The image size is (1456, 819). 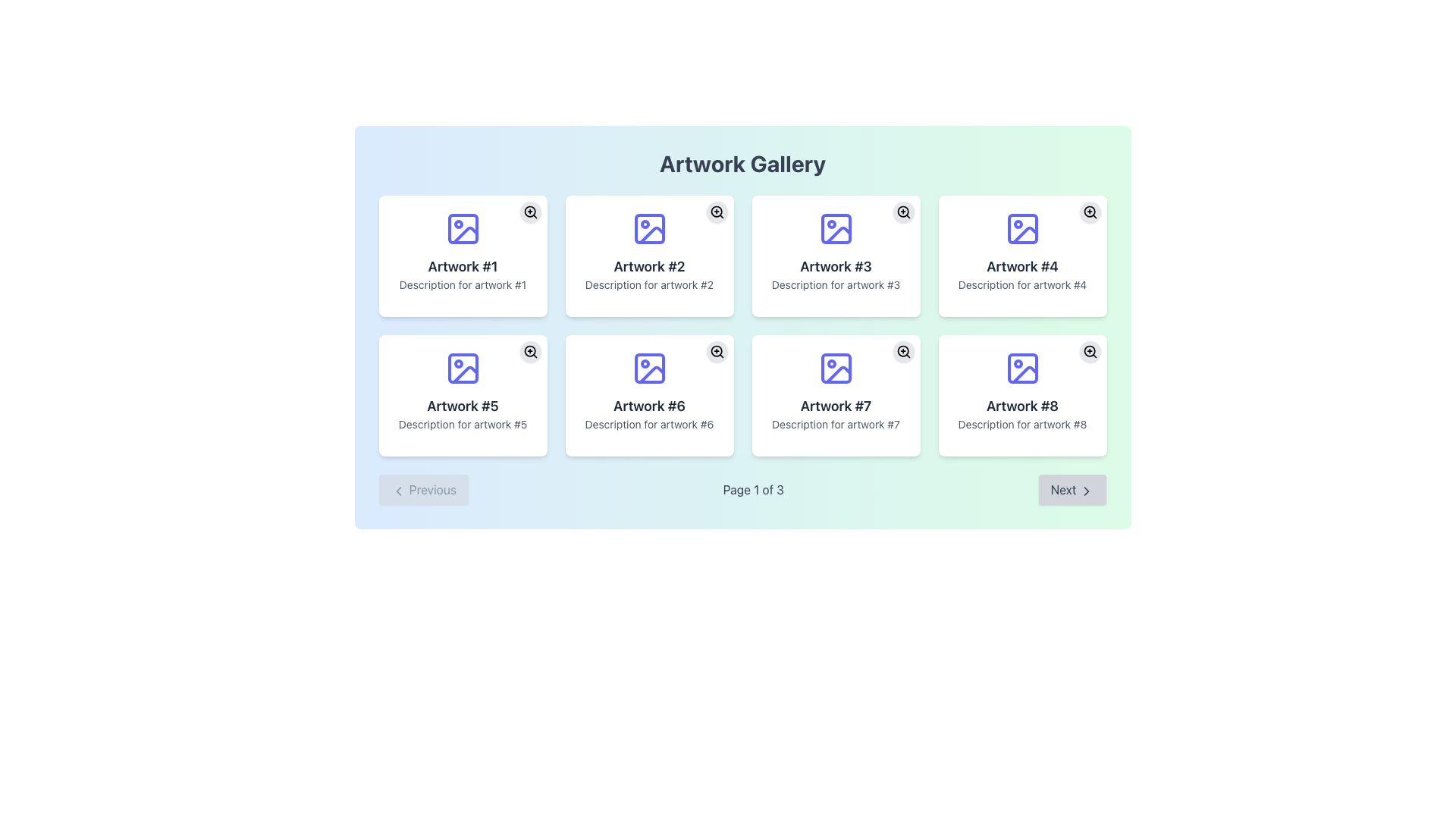 I want to click on the small rectangle with rounded corners located inside the image icon of the gallery card for 'Artwork #2', which is in the second position of the top row in the gallery, so click(x=649, y=228).